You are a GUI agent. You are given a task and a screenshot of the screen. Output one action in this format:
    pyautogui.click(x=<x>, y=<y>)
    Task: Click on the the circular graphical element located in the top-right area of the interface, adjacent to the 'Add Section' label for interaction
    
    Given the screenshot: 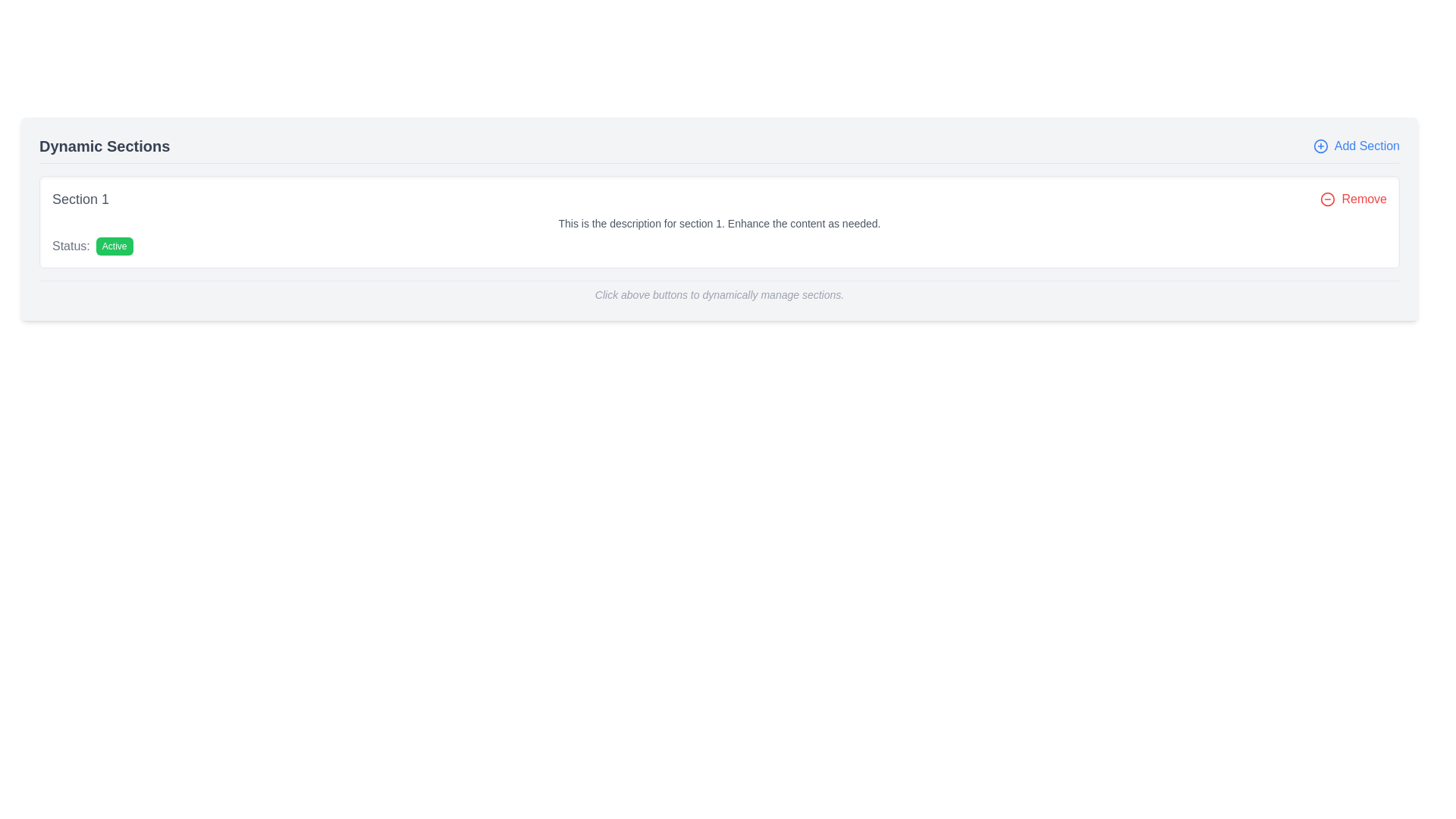 What is the action you would take?
    pyautogui.click(x=1319, y=146)
    